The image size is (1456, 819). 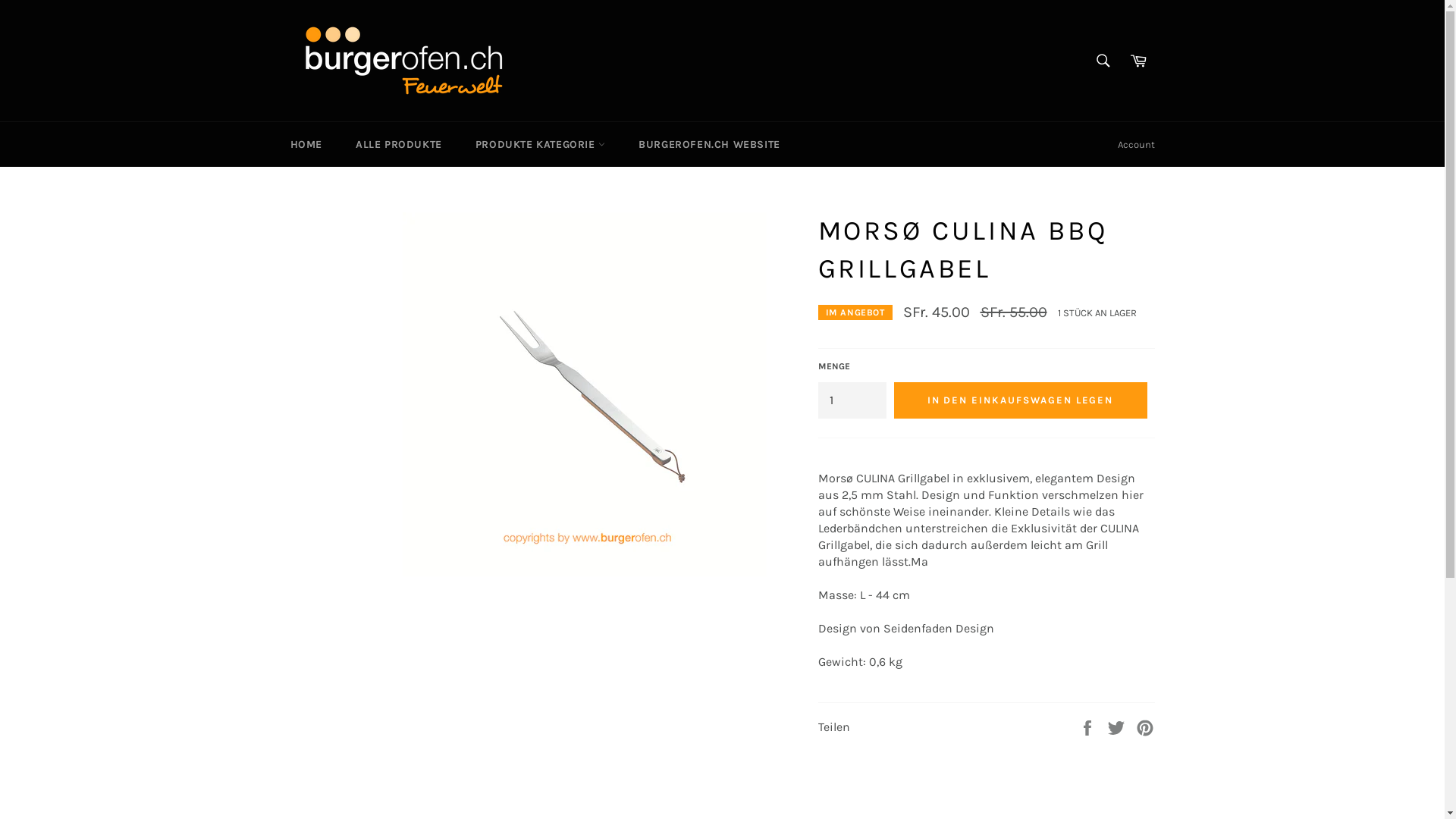 What do you see at coordinates (1122, 60) in the screenshot?
I see `'Einkaufswagen'` at bounding box center [1122, 60].